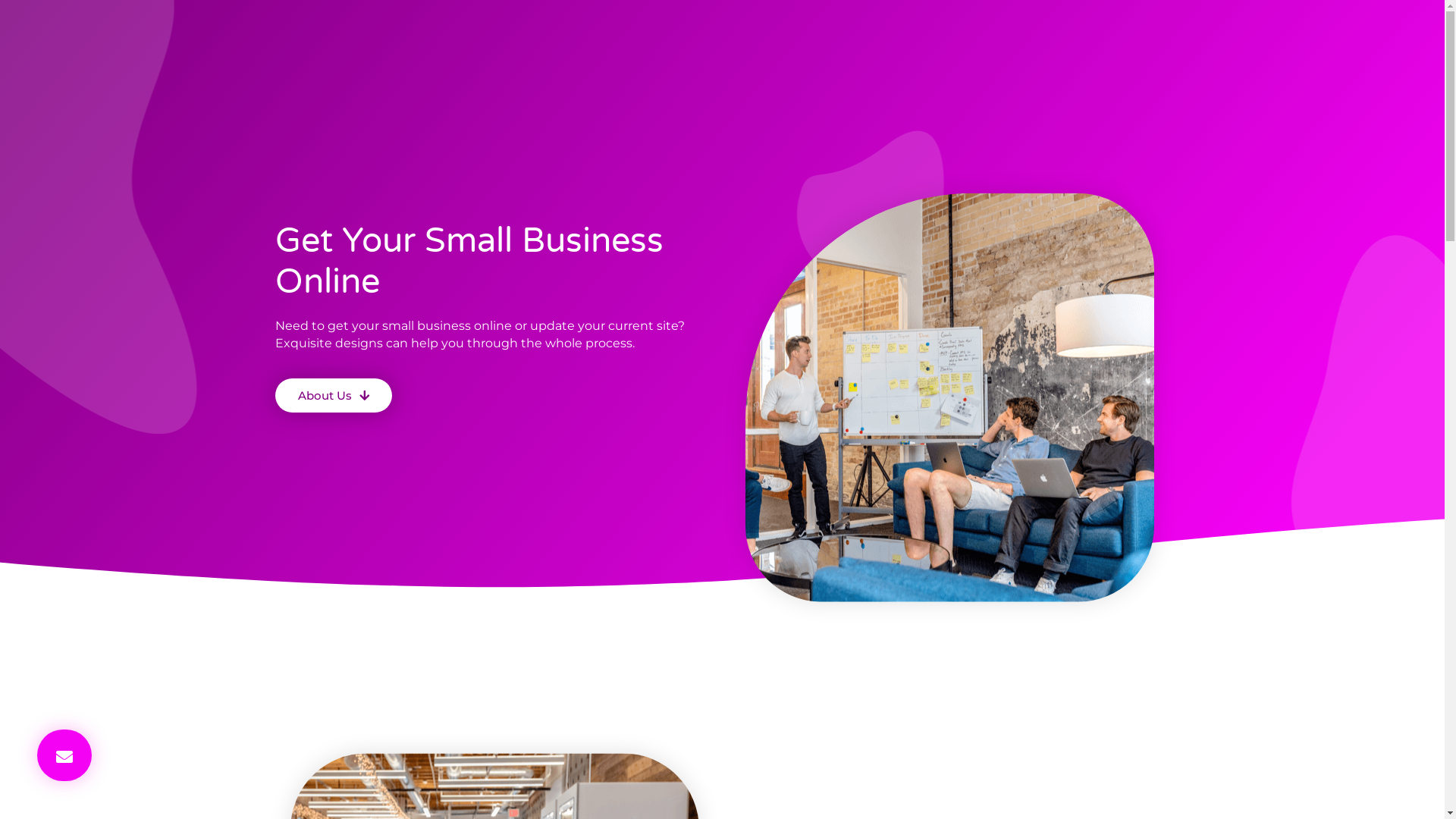  Describe the element at coordinates (331, 394) in the screenshot. I see `'About Us'` at that location.